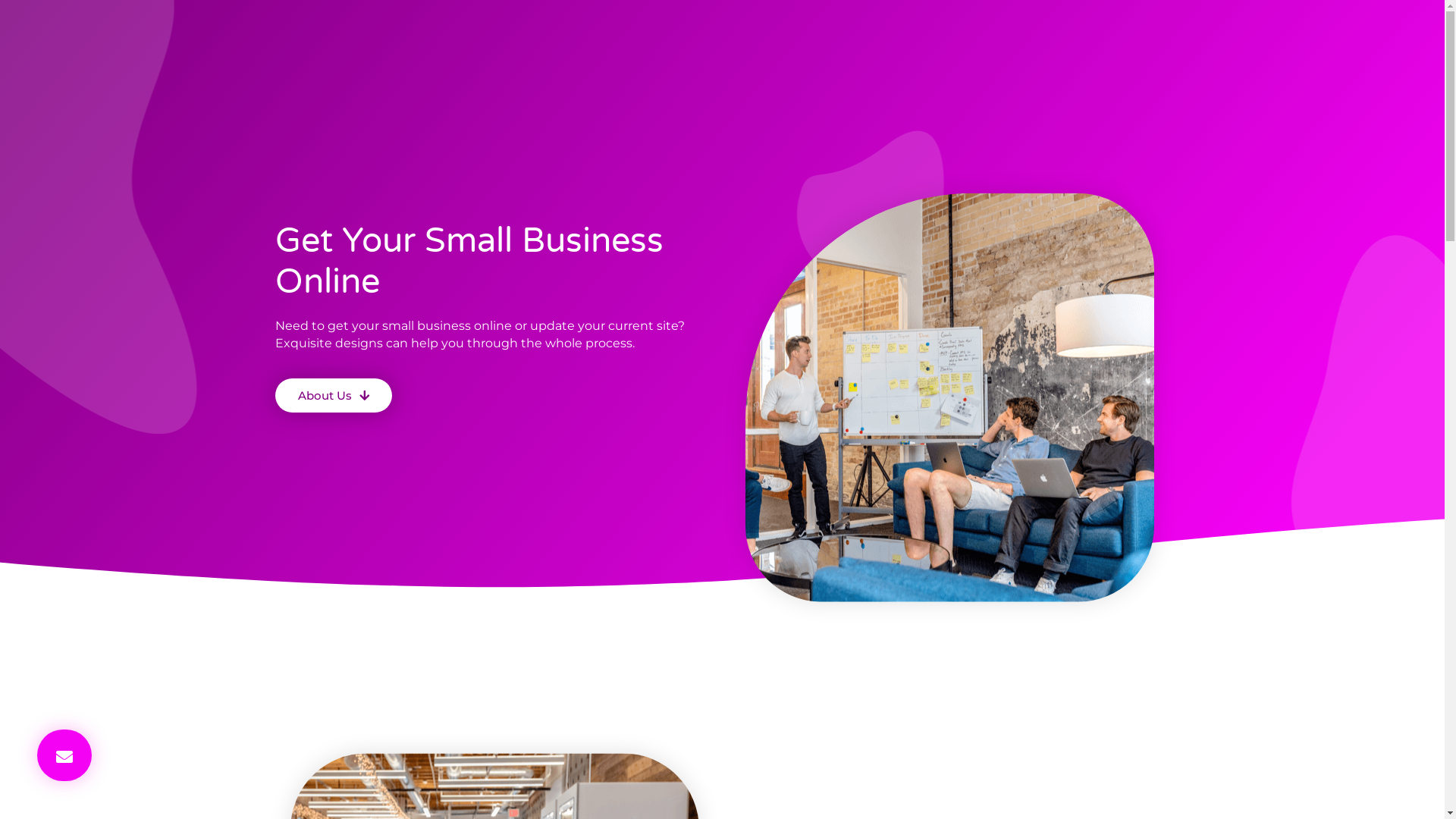  Describe the element at coordinates (331, 394) in the screenshot. I see `'About Us'` at that location.